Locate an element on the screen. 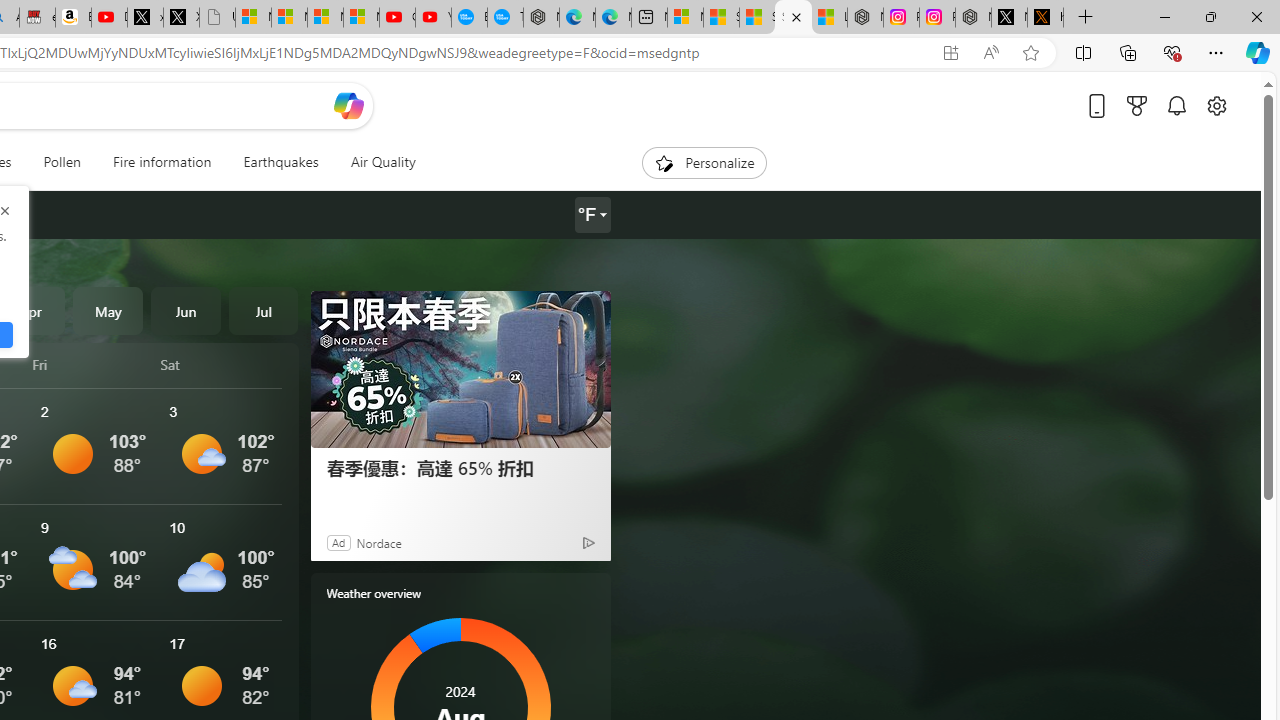 The image size is (1280, 720). 'Pollen' is located at coordinates (62, 162).